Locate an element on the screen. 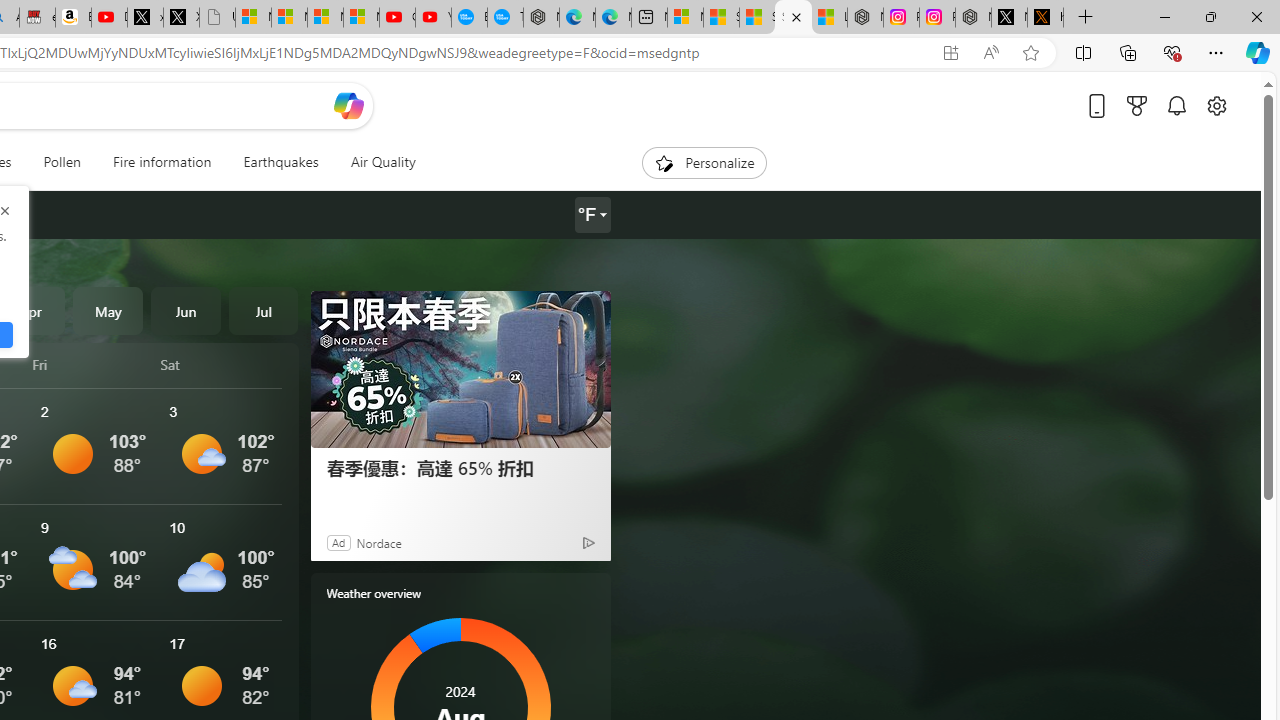 The image size is (1280, 720). 'Pollen' is located at coordinates (62, 162).